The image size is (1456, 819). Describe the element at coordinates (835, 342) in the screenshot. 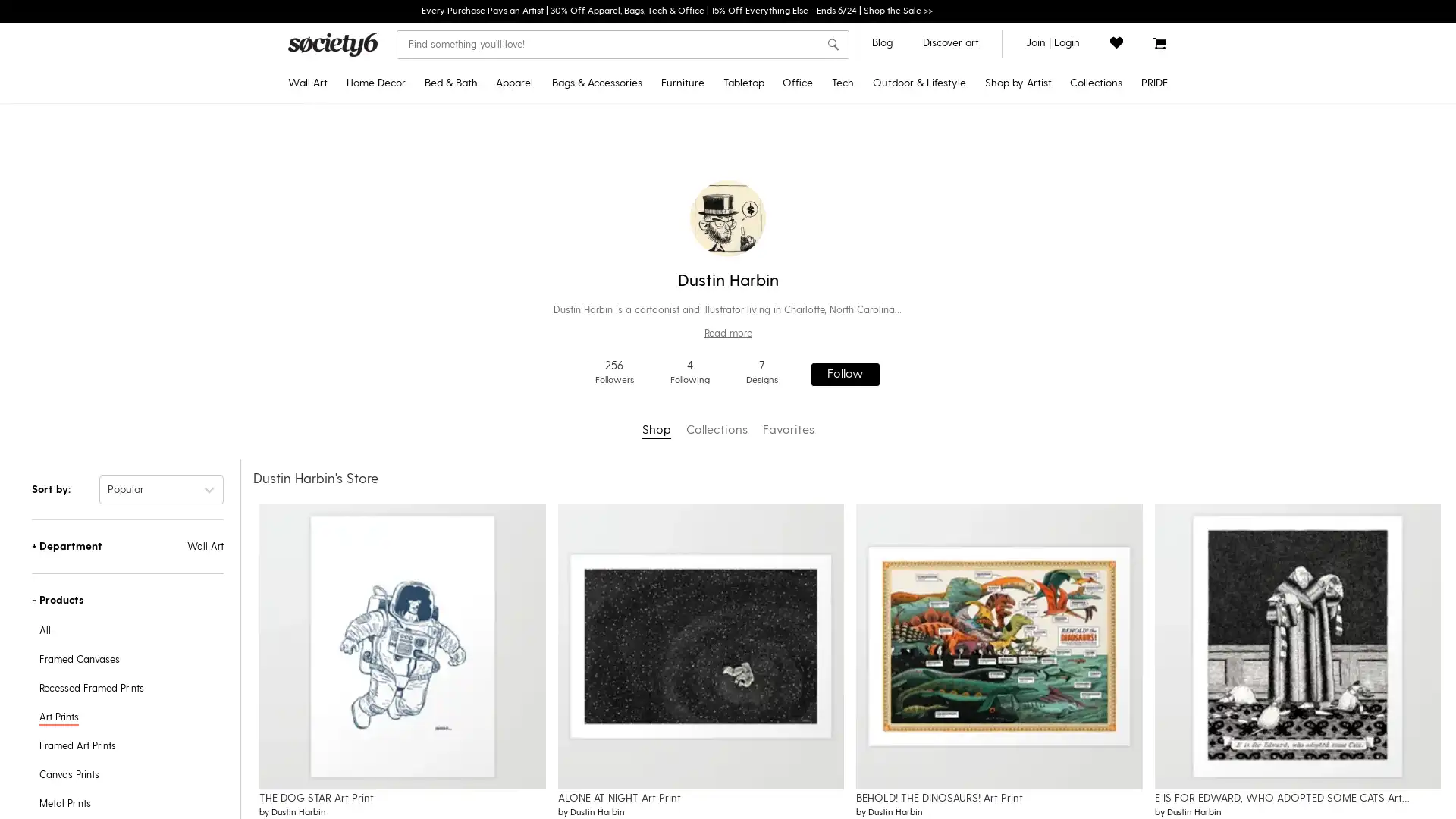

I see `Greeting Cards` at that location.